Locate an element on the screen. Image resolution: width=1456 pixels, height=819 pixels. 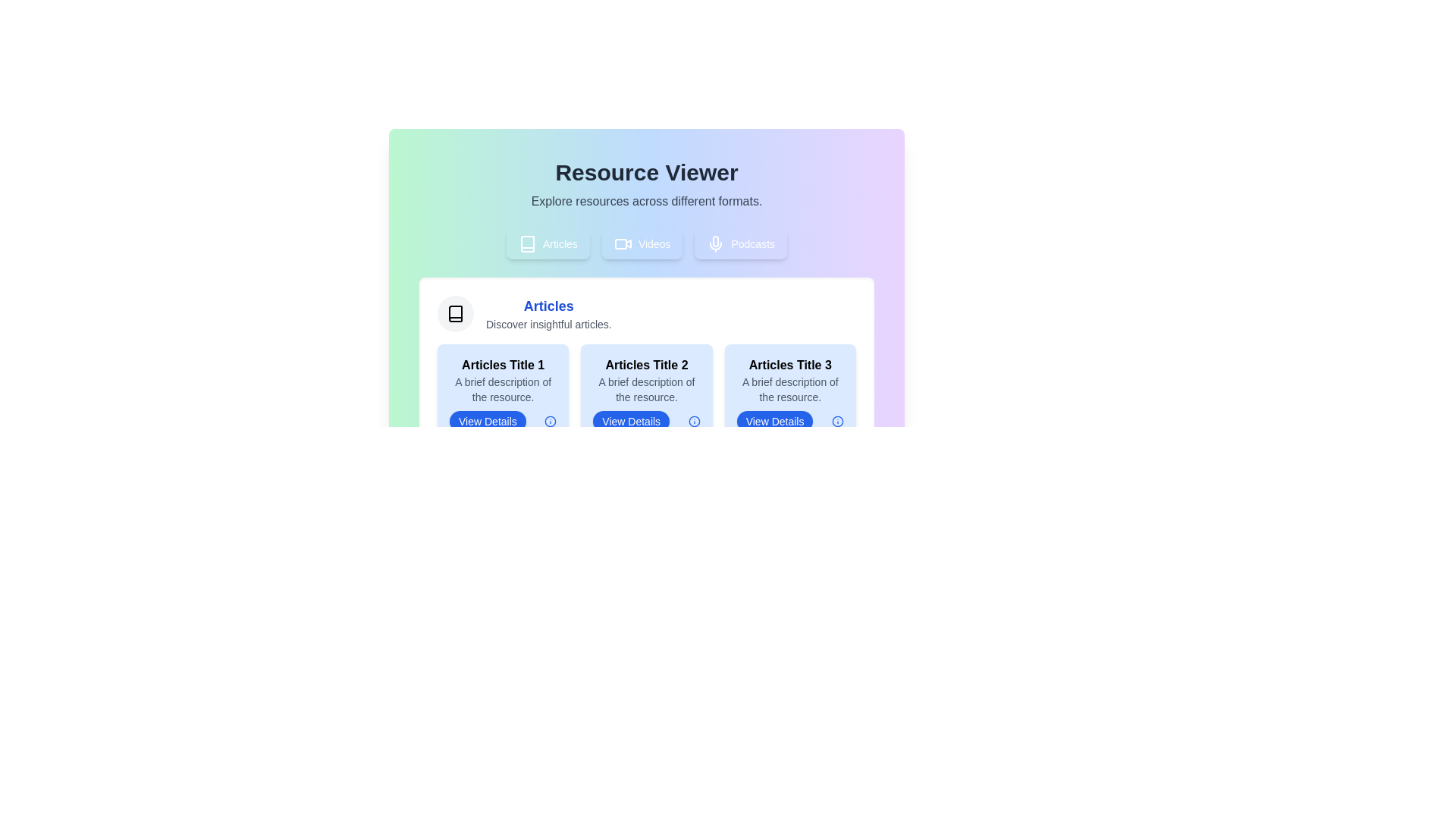
the rectangular button labeled 'View Details' with a blue background and white text, located at the bottom of the card for 'Articles Title 2' is located at coordinates (647, 421).